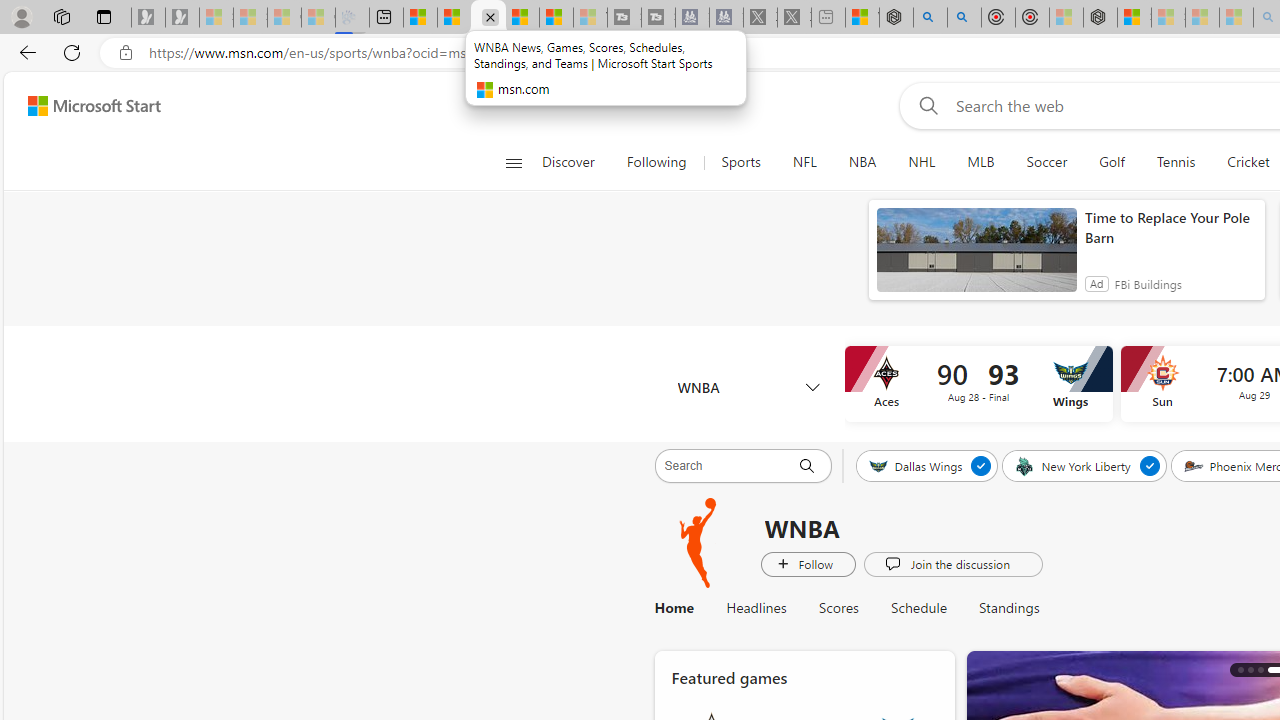  Describe the element at coordinates (1000, 607) in the screenshot. I see `'Standings'` at that location.